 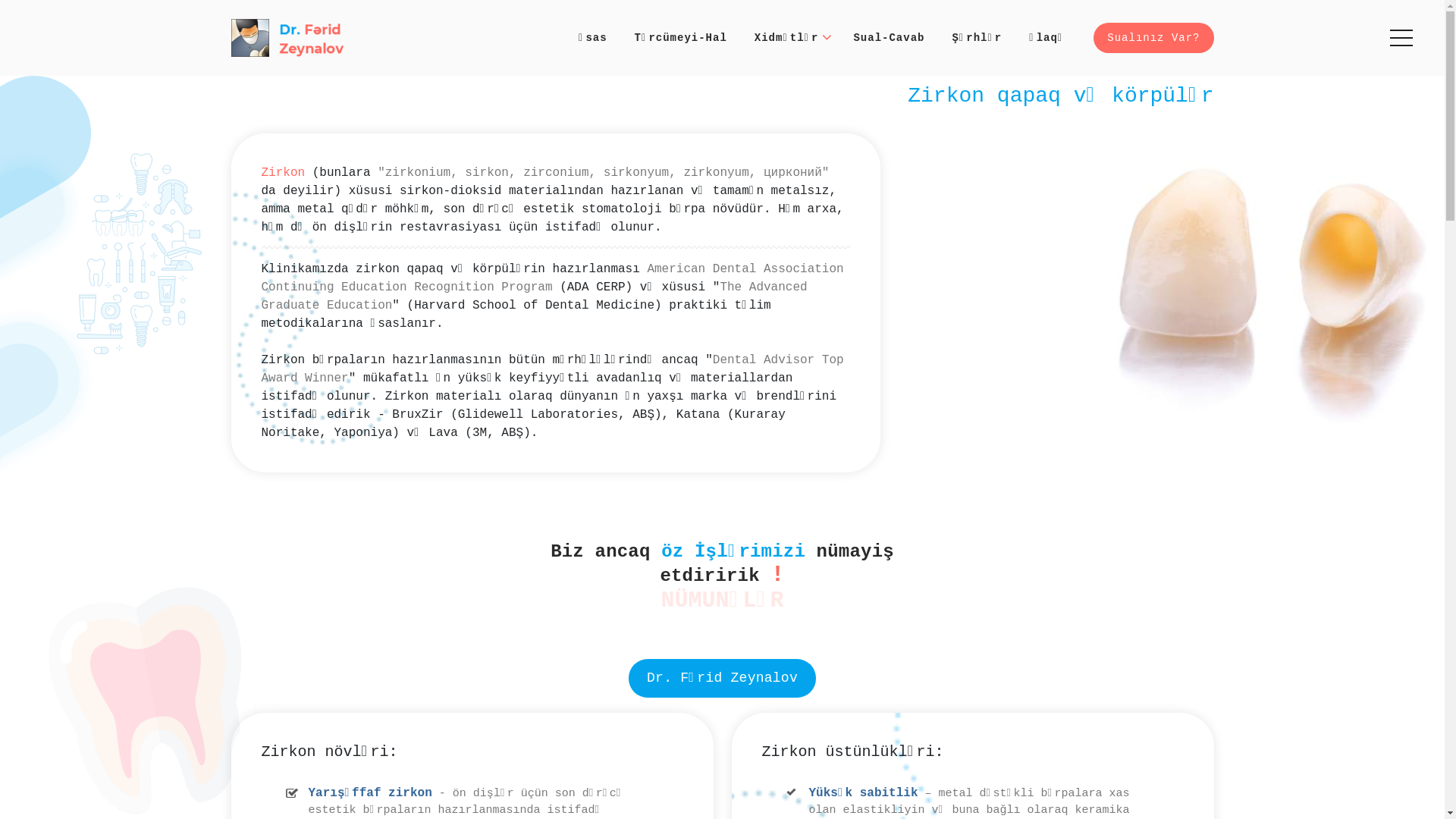 What do you see at coordinates (1401, 39) in the screenshot?
I see `'Menu'` at bounding box center [1401, 39].